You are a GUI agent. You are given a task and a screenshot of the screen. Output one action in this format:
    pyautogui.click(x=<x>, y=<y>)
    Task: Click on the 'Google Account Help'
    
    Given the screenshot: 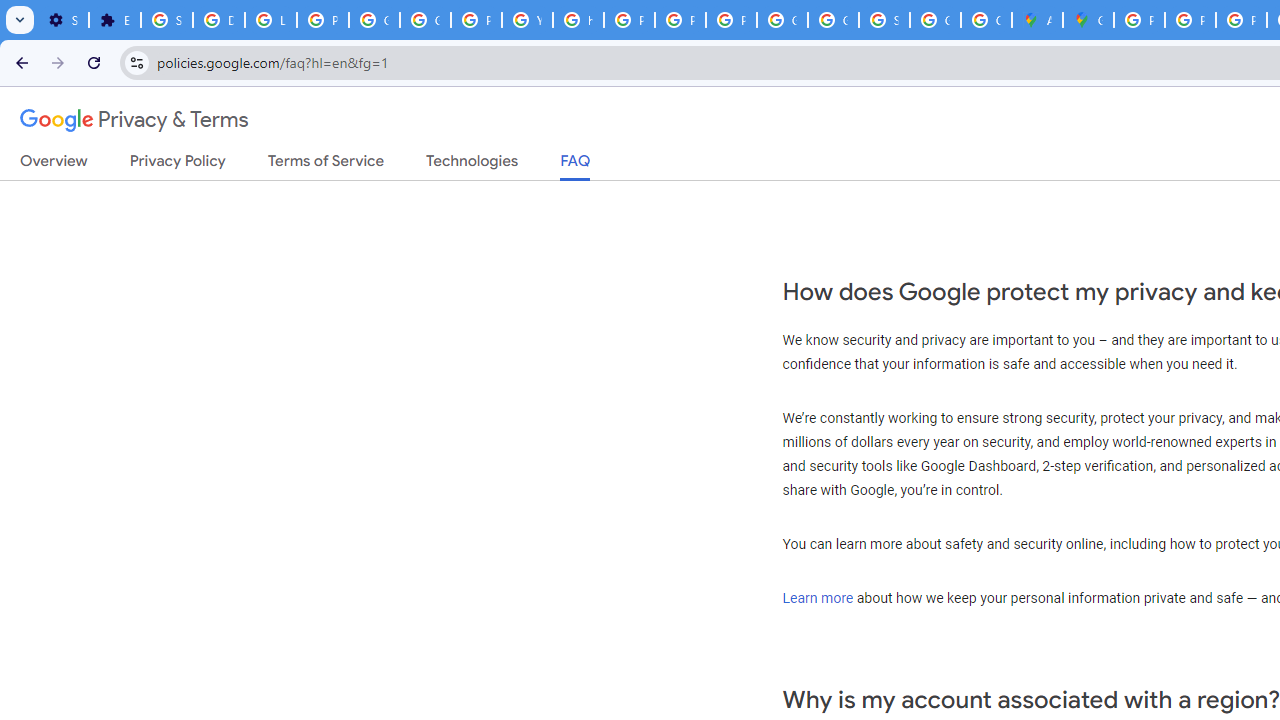 What is the action you would take?
    pyautogui.click(x=375, y=20)
    